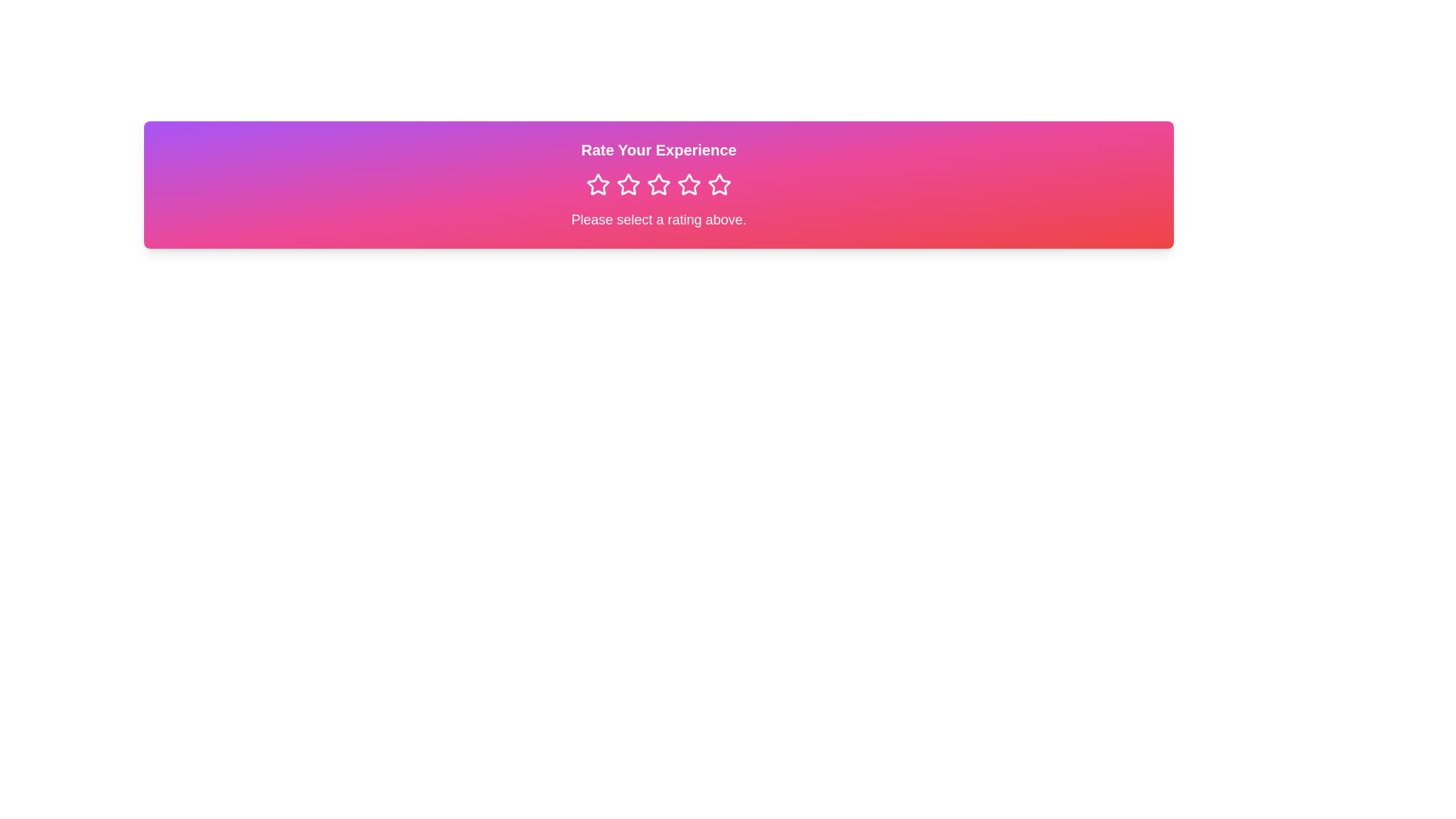 The height and width of the screenshot is (819, 1456). Describe the element at coordinates (688, 184) in the screenshot. I see `the fifth star` at that location.